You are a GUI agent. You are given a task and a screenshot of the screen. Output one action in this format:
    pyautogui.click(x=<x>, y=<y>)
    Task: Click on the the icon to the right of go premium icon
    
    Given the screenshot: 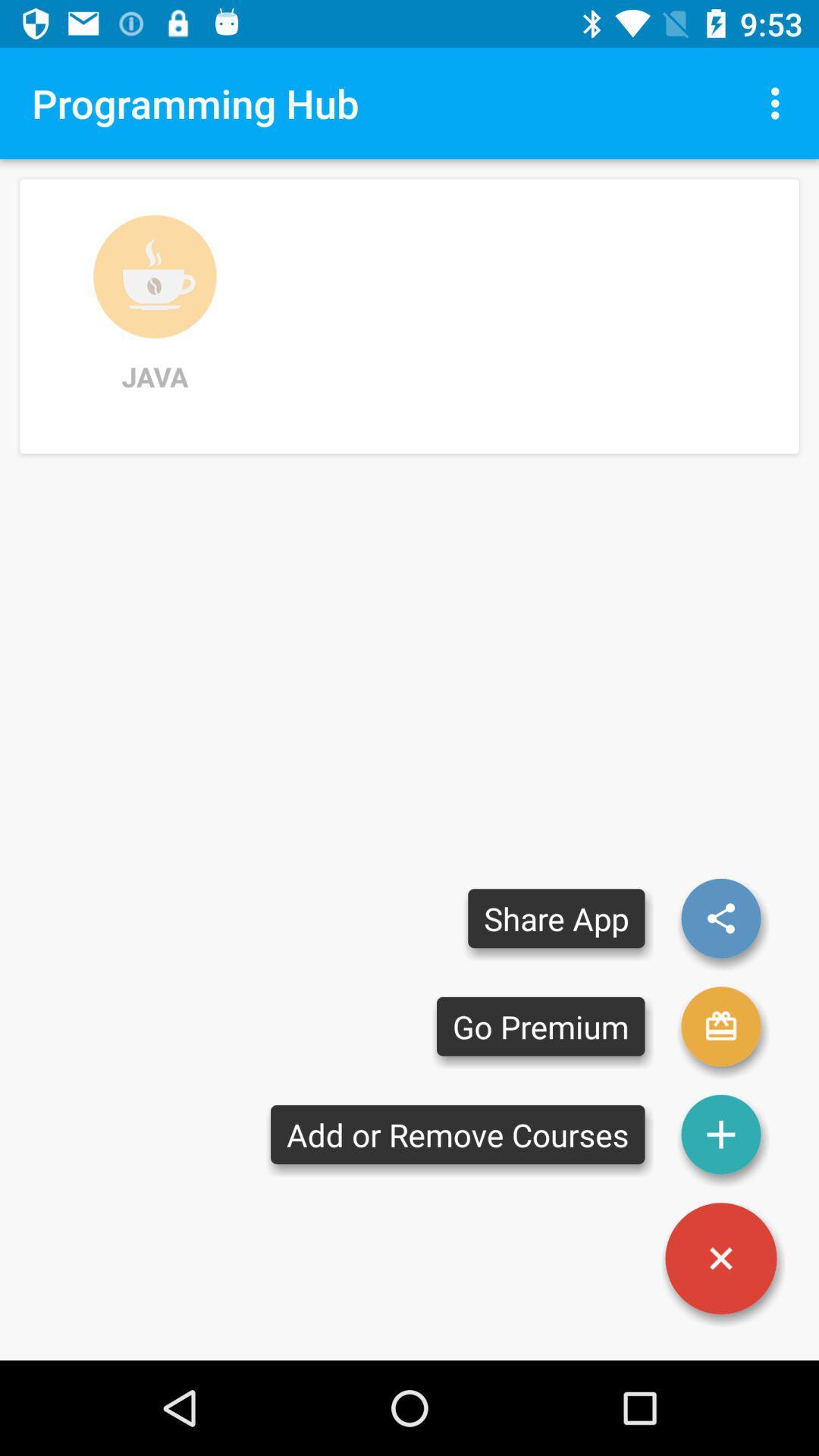 What is the action you would take?
    pyautogui.click(x=720, y=1134)
    